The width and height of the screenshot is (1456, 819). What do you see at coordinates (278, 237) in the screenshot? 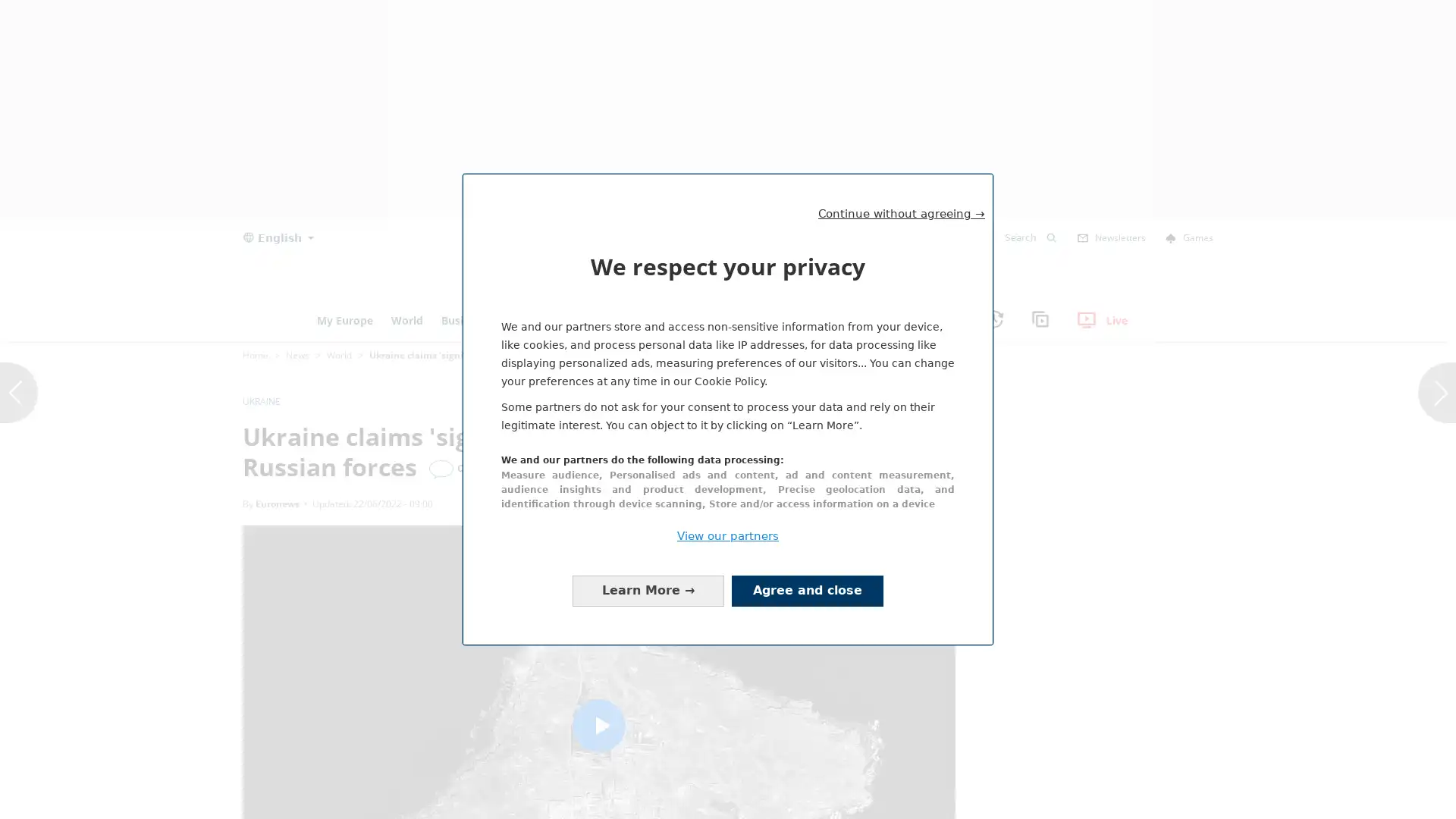
I see `English` at bounding box center [278, 237].